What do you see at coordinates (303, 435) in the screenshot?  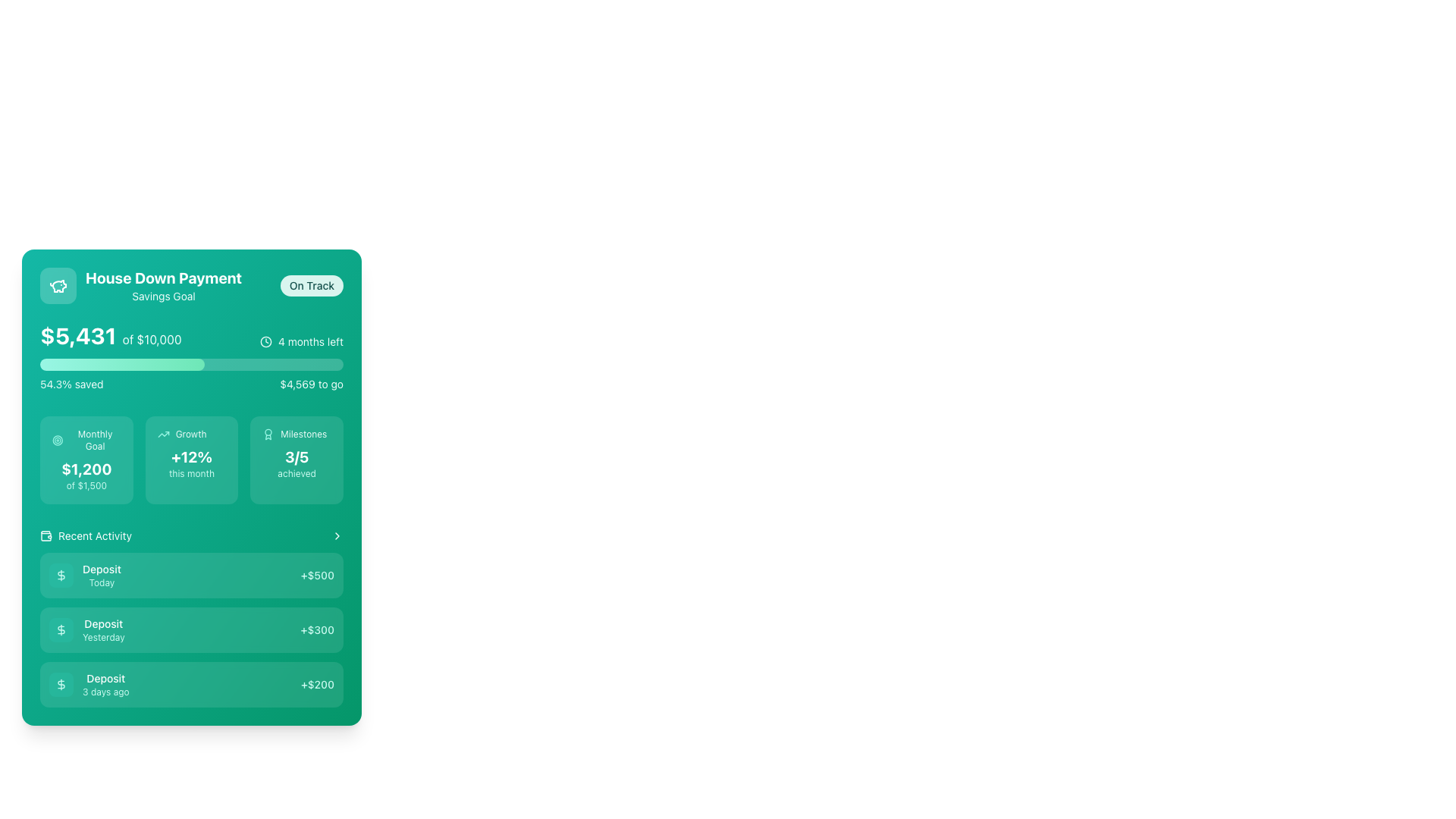 I see `the 'Milestones' text label, which is styled in teal color and located towards the bottom right section of the main card layout` at bounding box center [303, 435].